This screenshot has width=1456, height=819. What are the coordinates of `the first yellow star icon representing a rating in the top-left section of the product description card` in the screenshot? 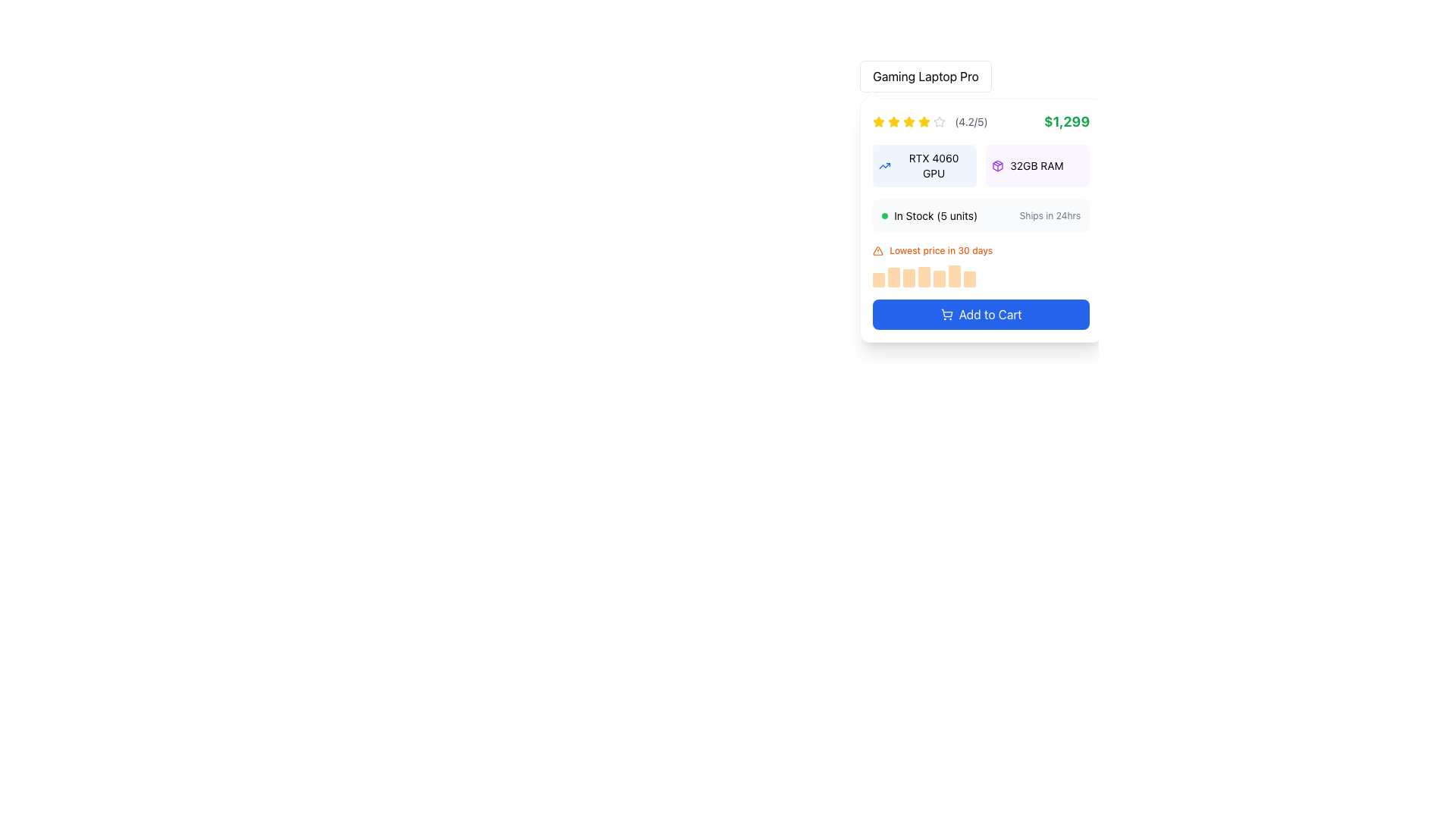 It's located at (879, 121).